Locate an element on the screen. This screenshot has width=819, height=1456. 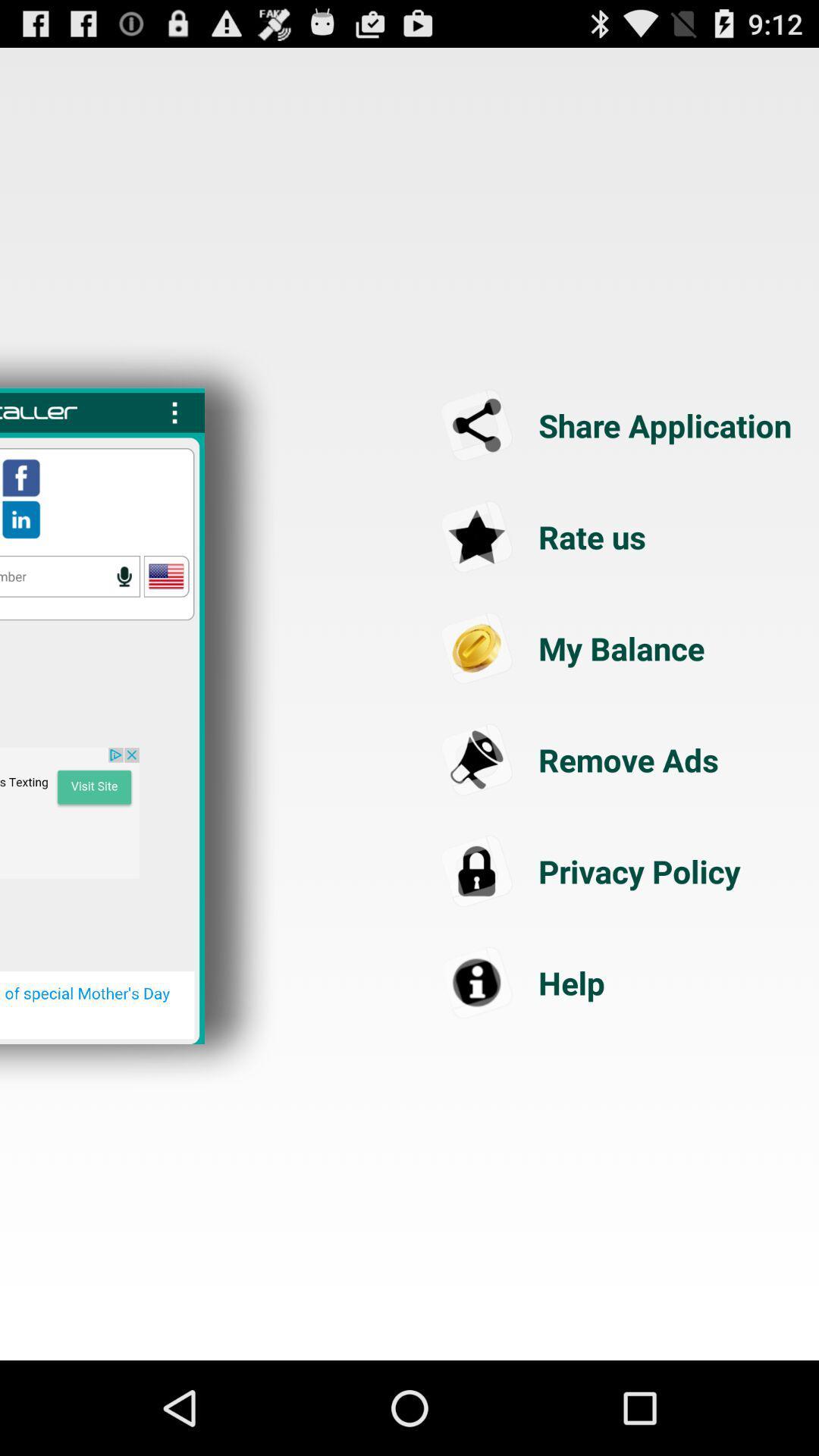
access linkedin profile is located at coordinates (21, 519).